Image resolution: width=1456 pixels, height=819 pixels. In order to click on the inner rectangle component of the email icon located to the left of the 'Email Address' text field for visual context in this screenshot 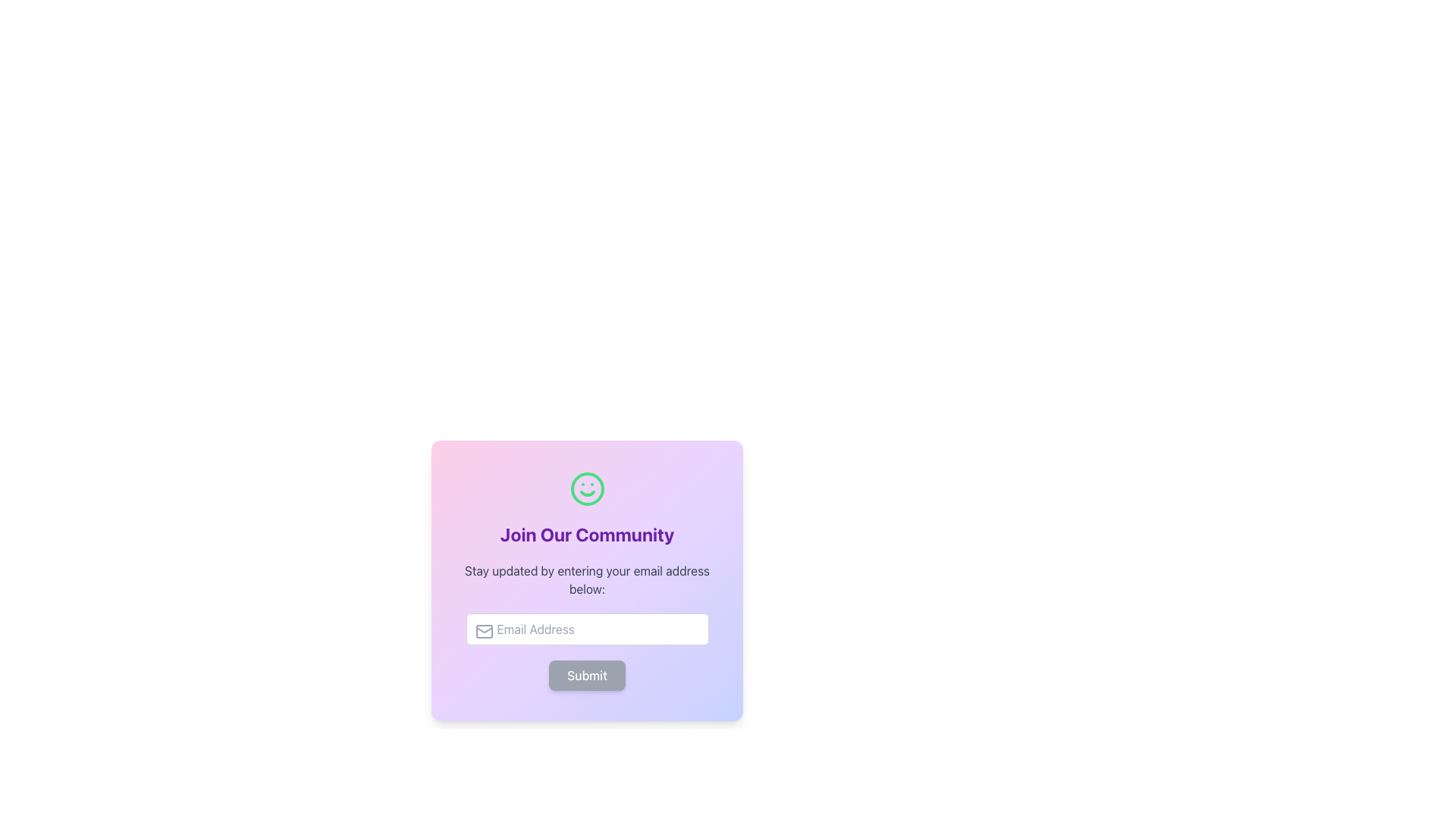, I will do `click(483, 632)`.